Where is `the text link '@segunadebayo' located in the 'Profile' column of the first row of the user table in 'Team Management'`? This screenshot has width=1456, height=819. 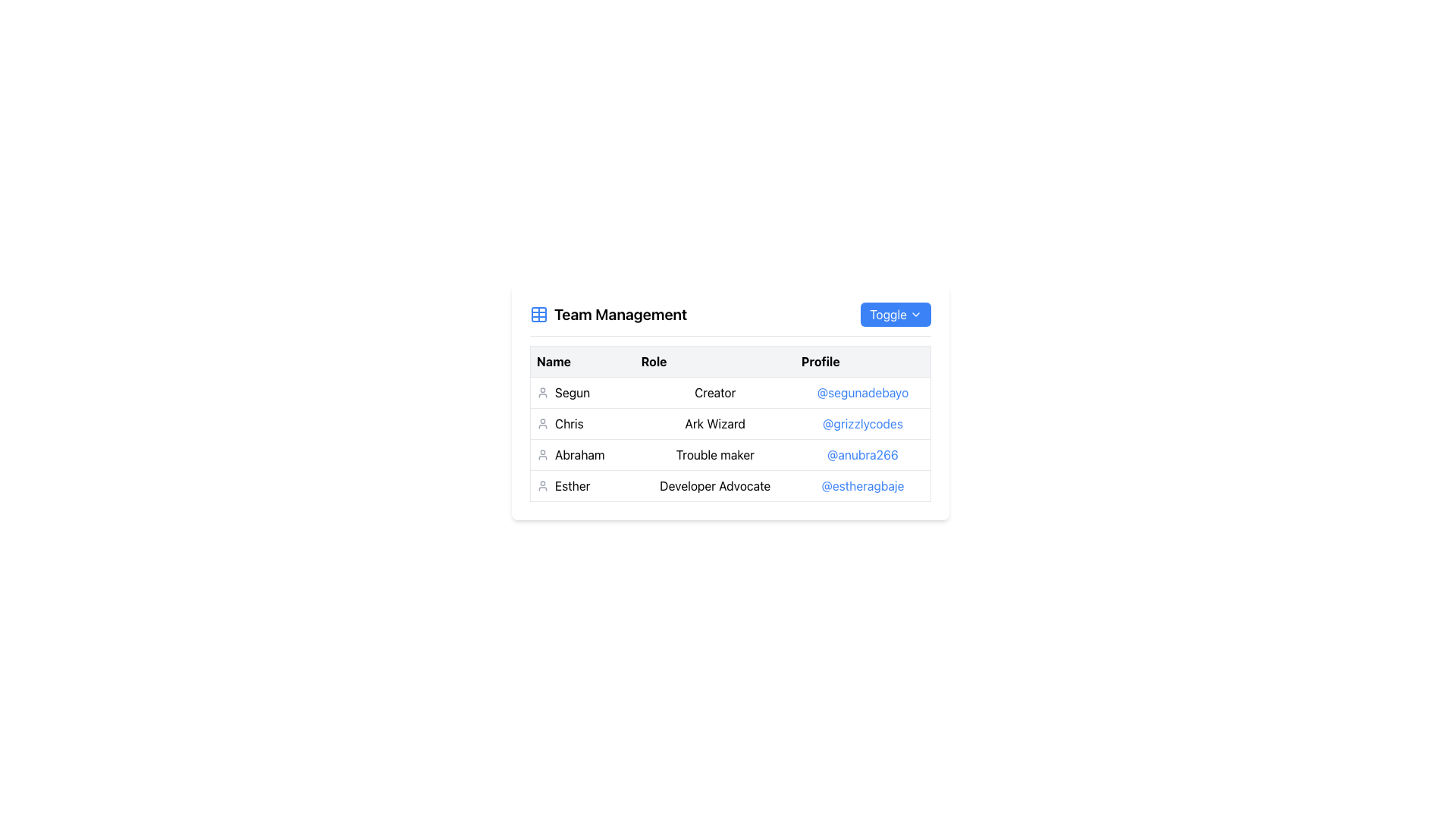
the text link '@segunadebayo' located in the 'Profile' column of the first row of the user table in 'Team Management' is located at coordinates (862, 391).